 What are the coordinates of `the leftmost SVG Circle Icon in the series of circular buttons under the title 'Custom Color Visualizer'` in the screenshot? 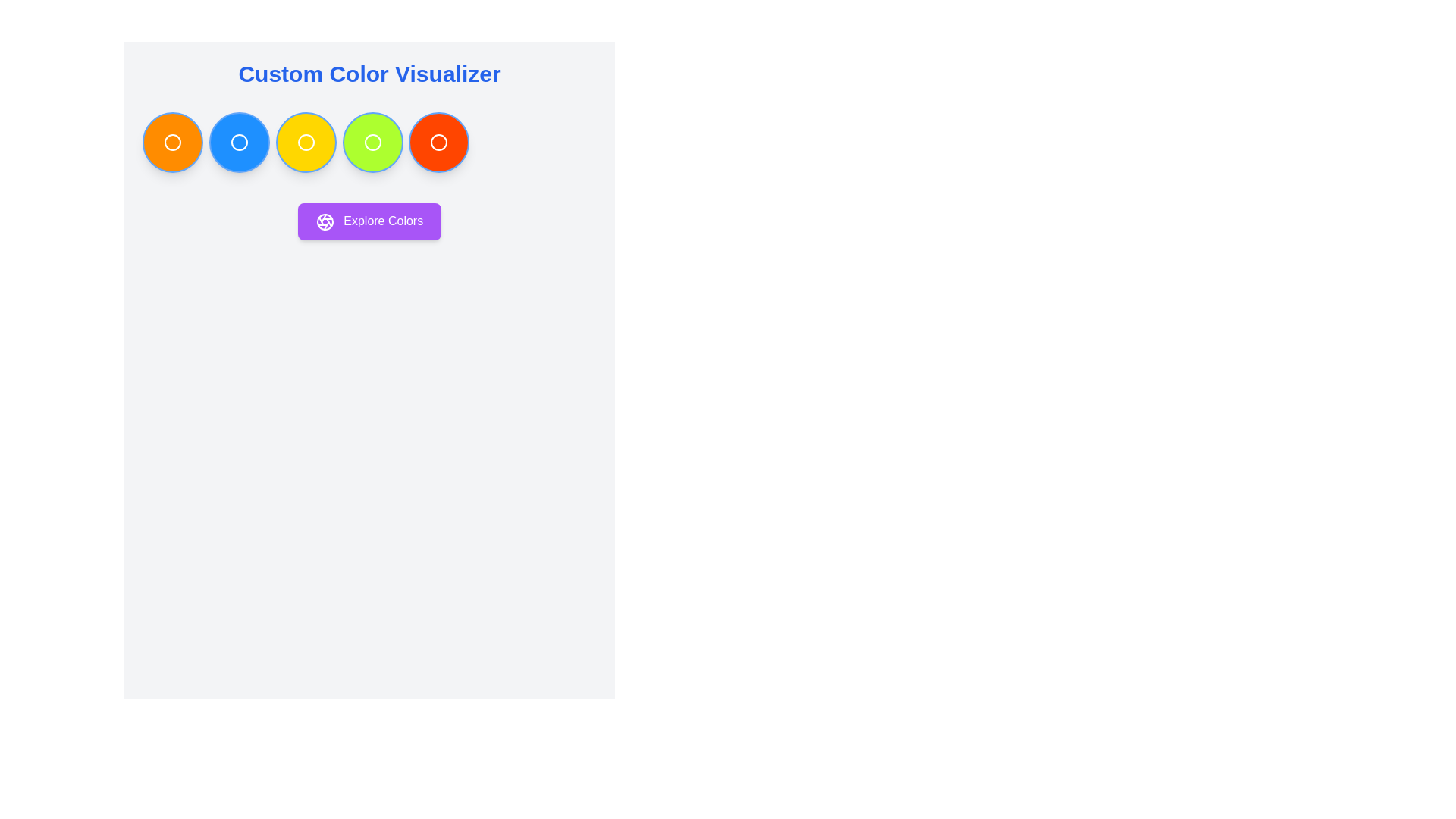 It's located at (172, 143).